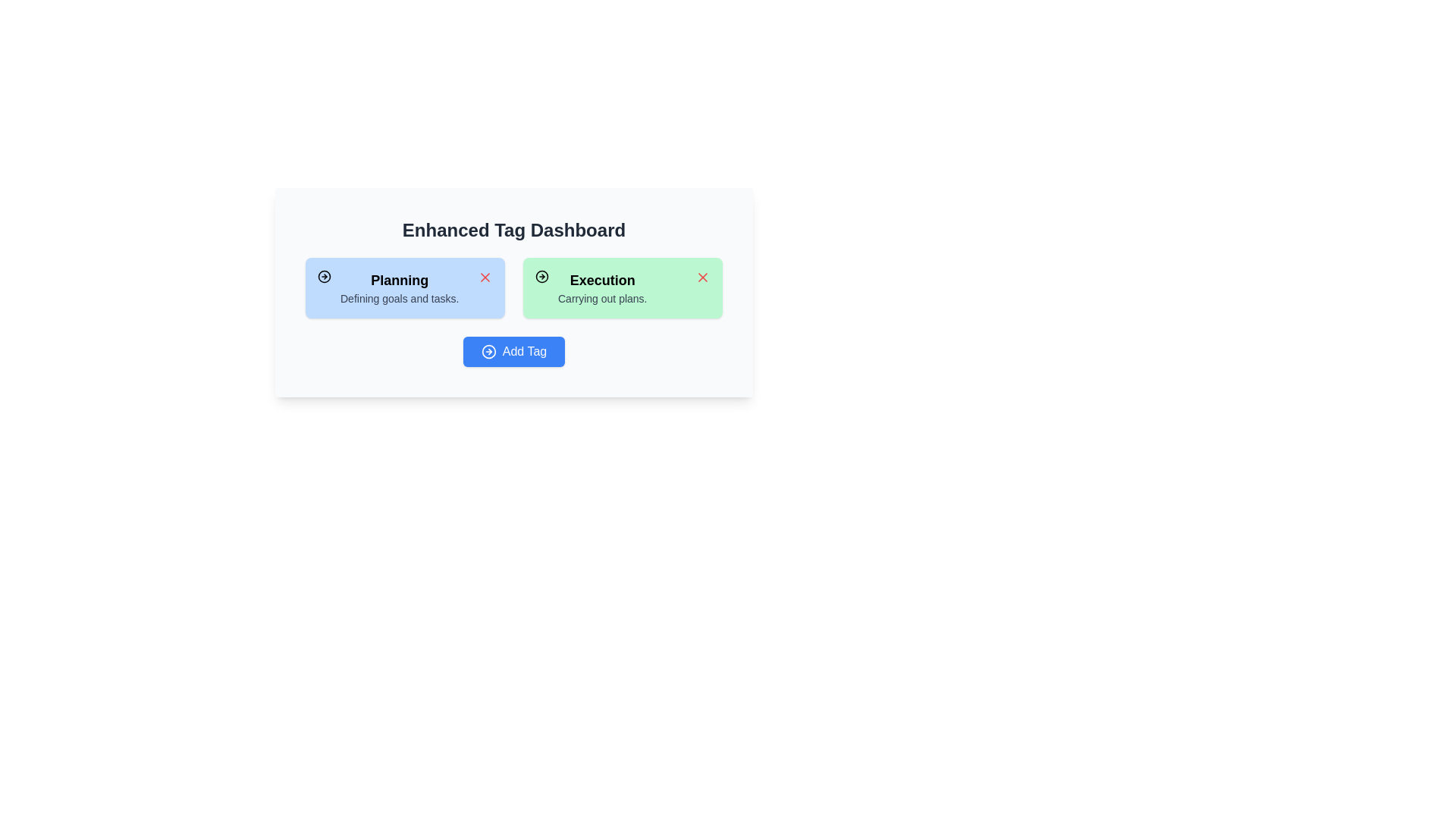 The image size is (1456, 819). Describe the element at coordinates (400, 288) in the screenshot. I see `the Label element that displays 'Planning' with the description 'Defining goals and tasks.' in a card-like section on the left side of the two-panel layout` at that location.